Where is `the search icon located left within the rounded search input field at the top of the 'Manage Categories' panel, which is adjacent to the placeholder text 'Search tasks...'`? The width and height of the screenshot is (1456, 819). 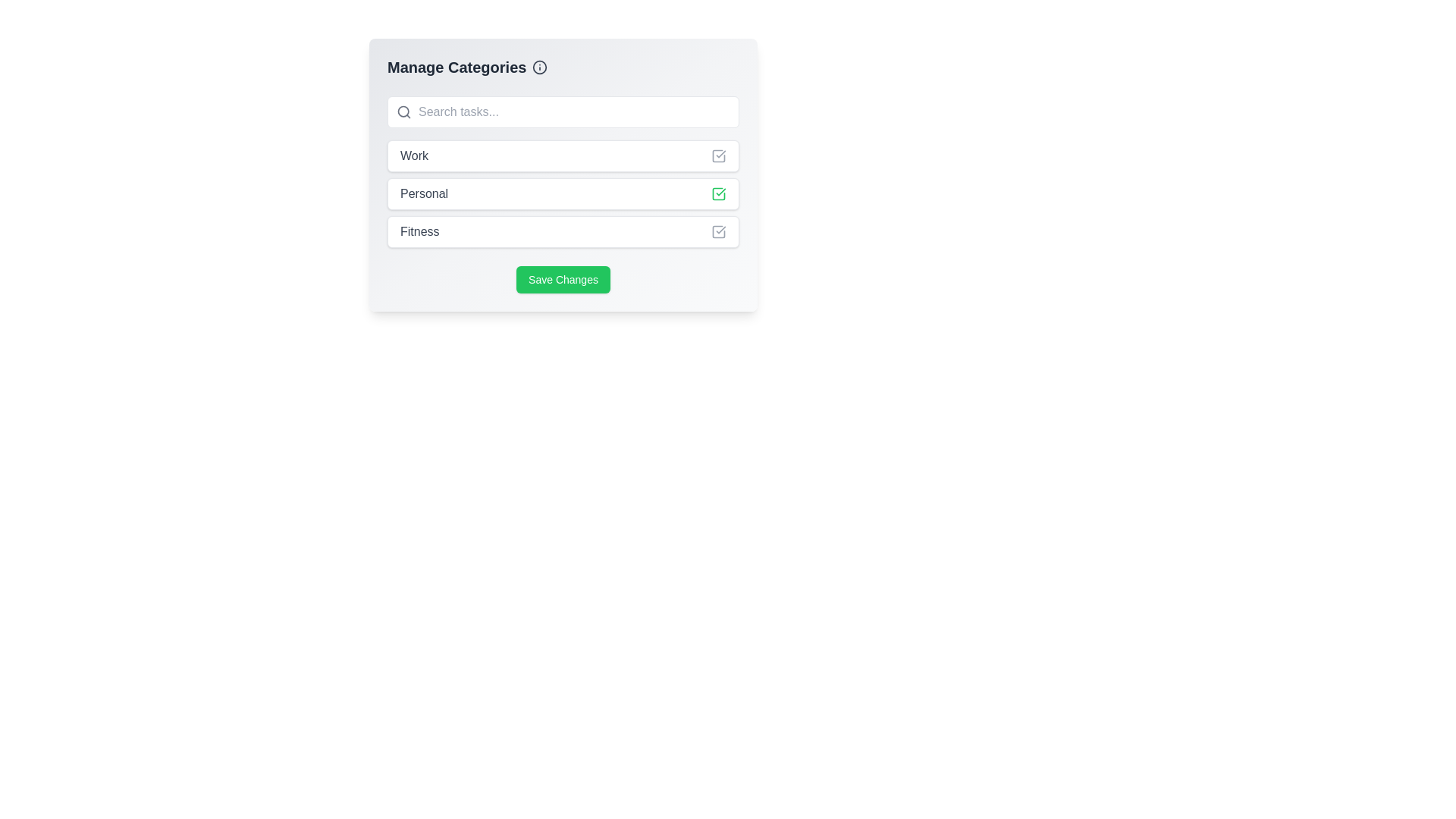 the search icon located left within the rounded search input field at the top of the 'Manage Categories' panel, which is adjacent to the placeholder text 'Search tasks...' is located at coordinates (403, 111).